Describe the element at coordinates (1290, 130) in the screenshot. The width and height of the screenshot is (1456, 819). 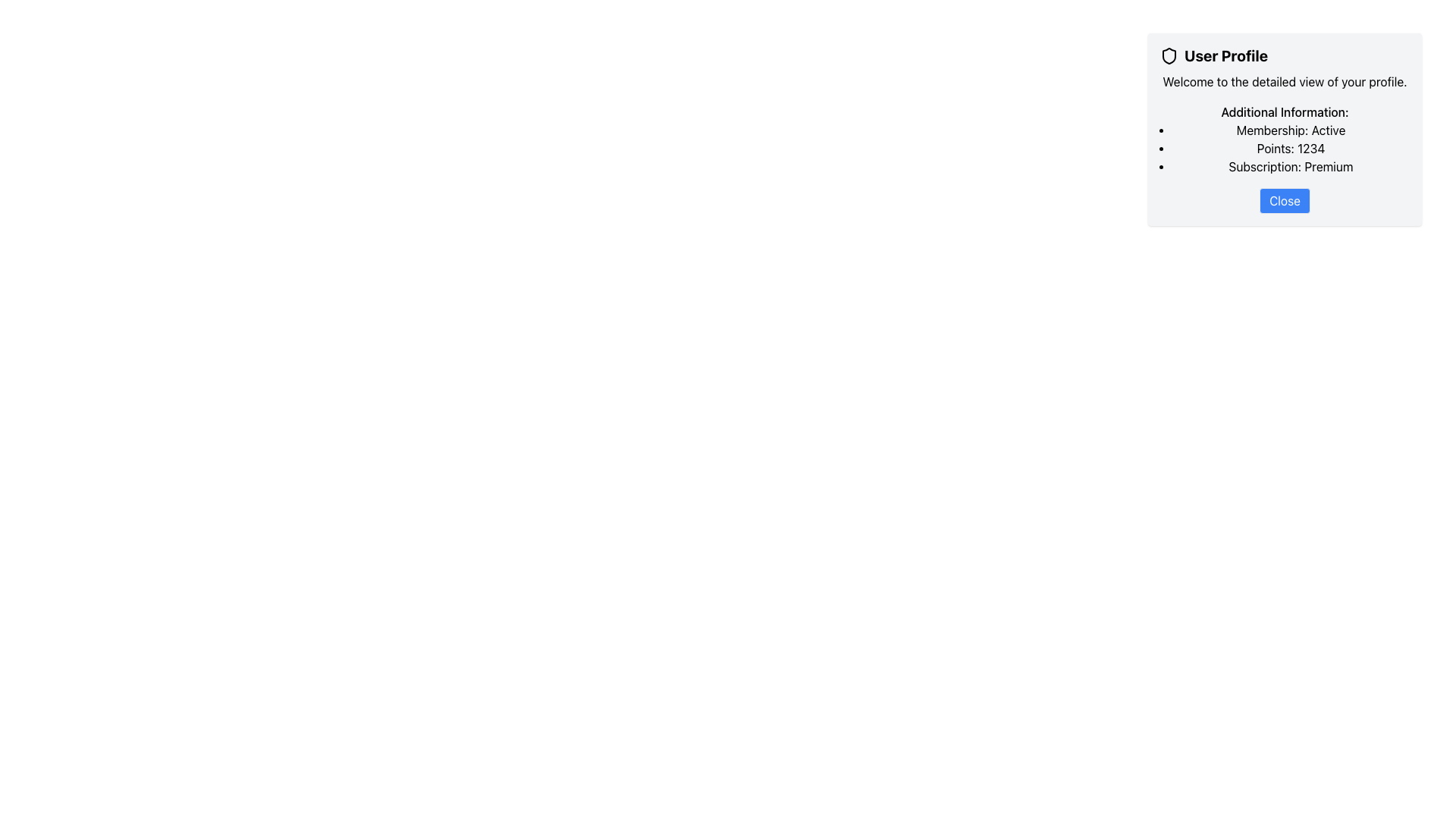
I see `the static text element displaying the user's membership status, which is currently set to 'Active', located at the top of the profile summary card` at that location.